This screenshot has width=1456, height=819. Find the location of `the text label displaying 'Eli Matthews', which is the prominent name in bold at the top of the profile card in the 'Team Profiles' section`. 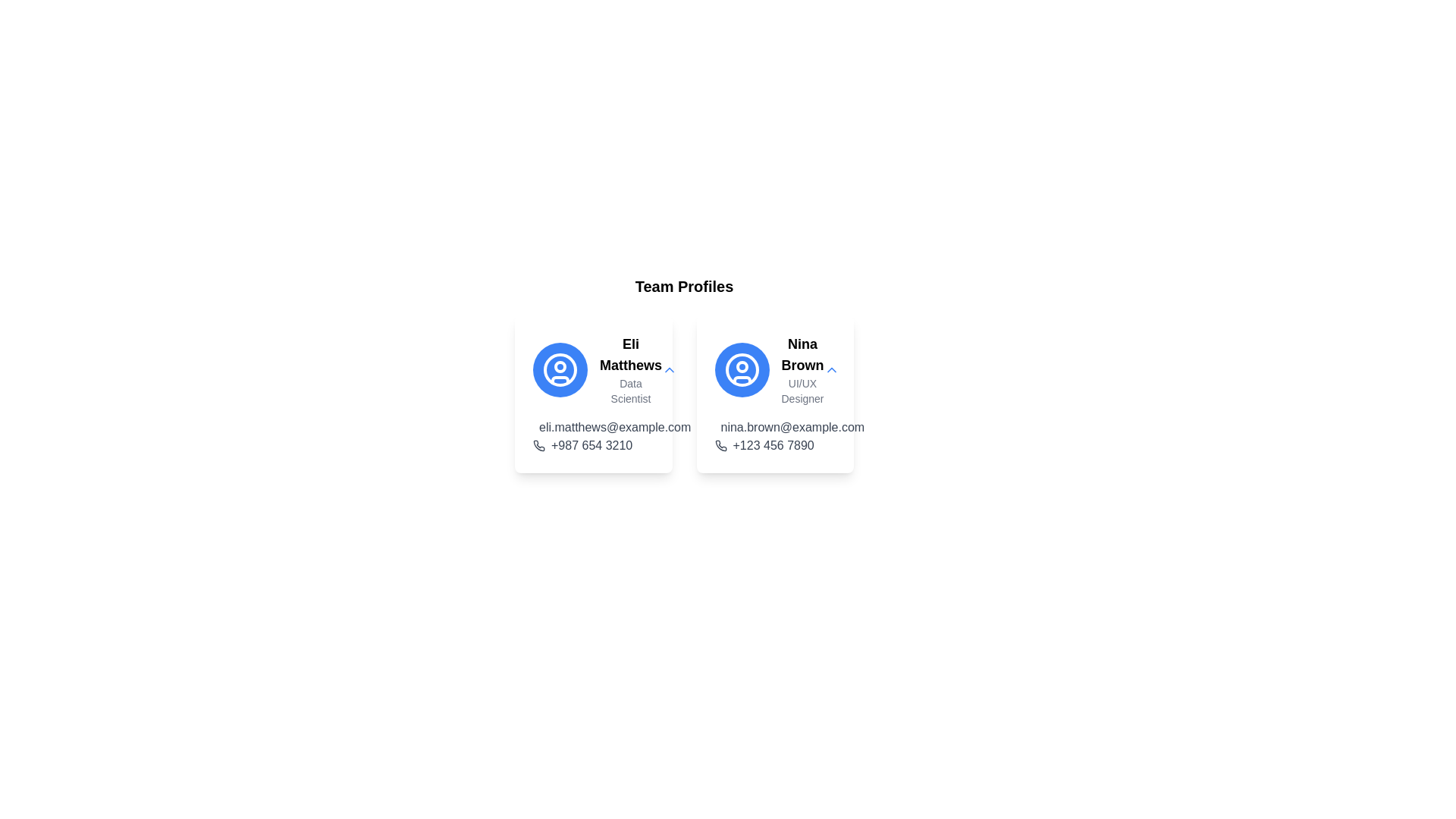

the text label displaying 'Eli Matthews', which is the prominent name in bold at the top of the profile card in the 'Team Profiles' section is located at coordinates (630, 354).